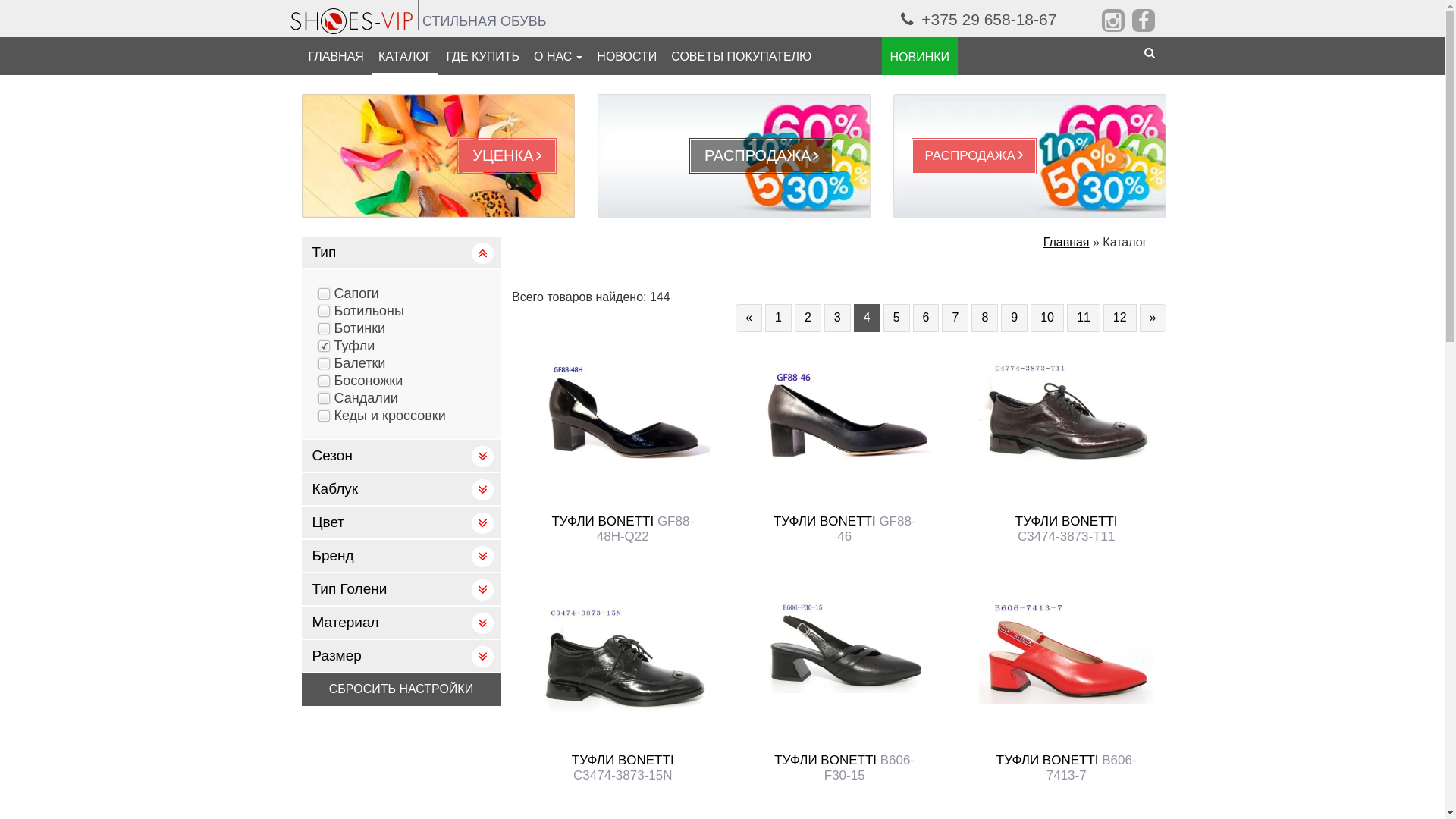  Describe the element at coordinates (954, 317) in the screenshot. I see `'7'` at that location.